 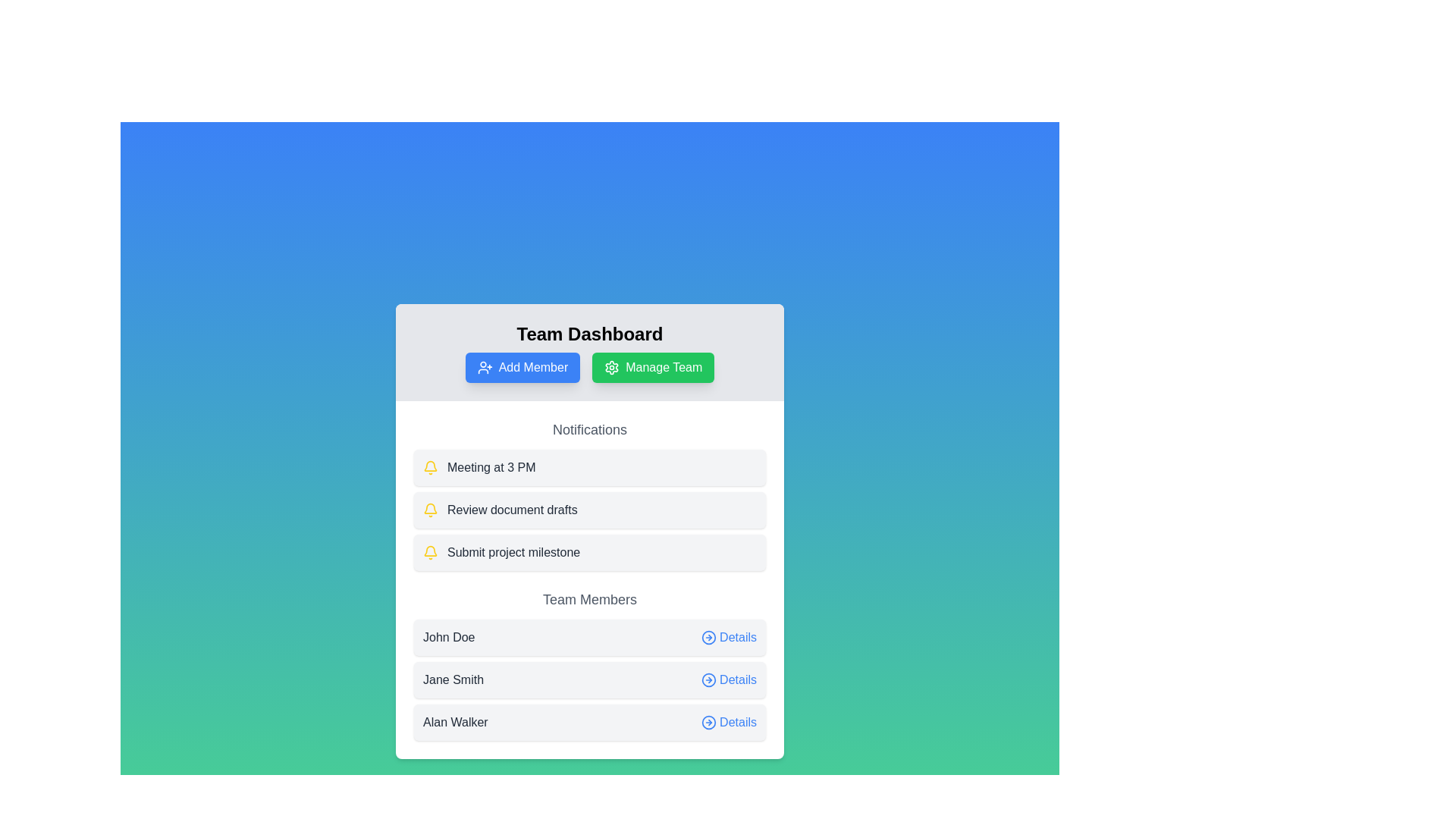 What do you see at coordinates (708, 679) in the screenshot?
I see `the right-pointing arrow icon enclosed within a circle, which is part of the 'Details' button associated with 'Jane Smith' in the 'Team Members' section` at bounding box center [708, 679].